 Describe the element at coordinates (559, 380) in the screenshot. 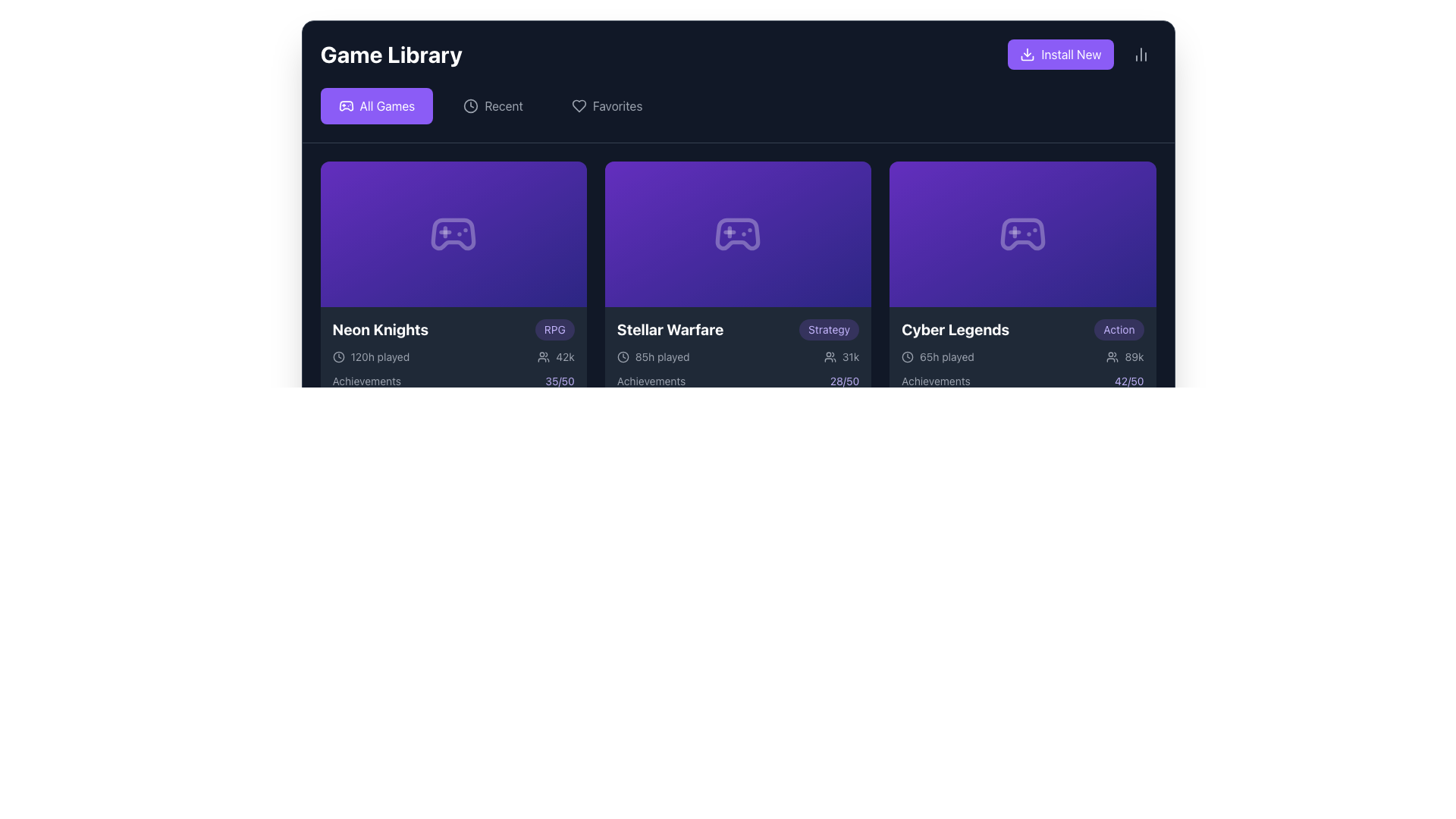

I see `the progress indicator text label displaying '35 out of 50 achievements completed' for the 'Neon Knights' game, located in the bottom-right corner of the card` at that location.